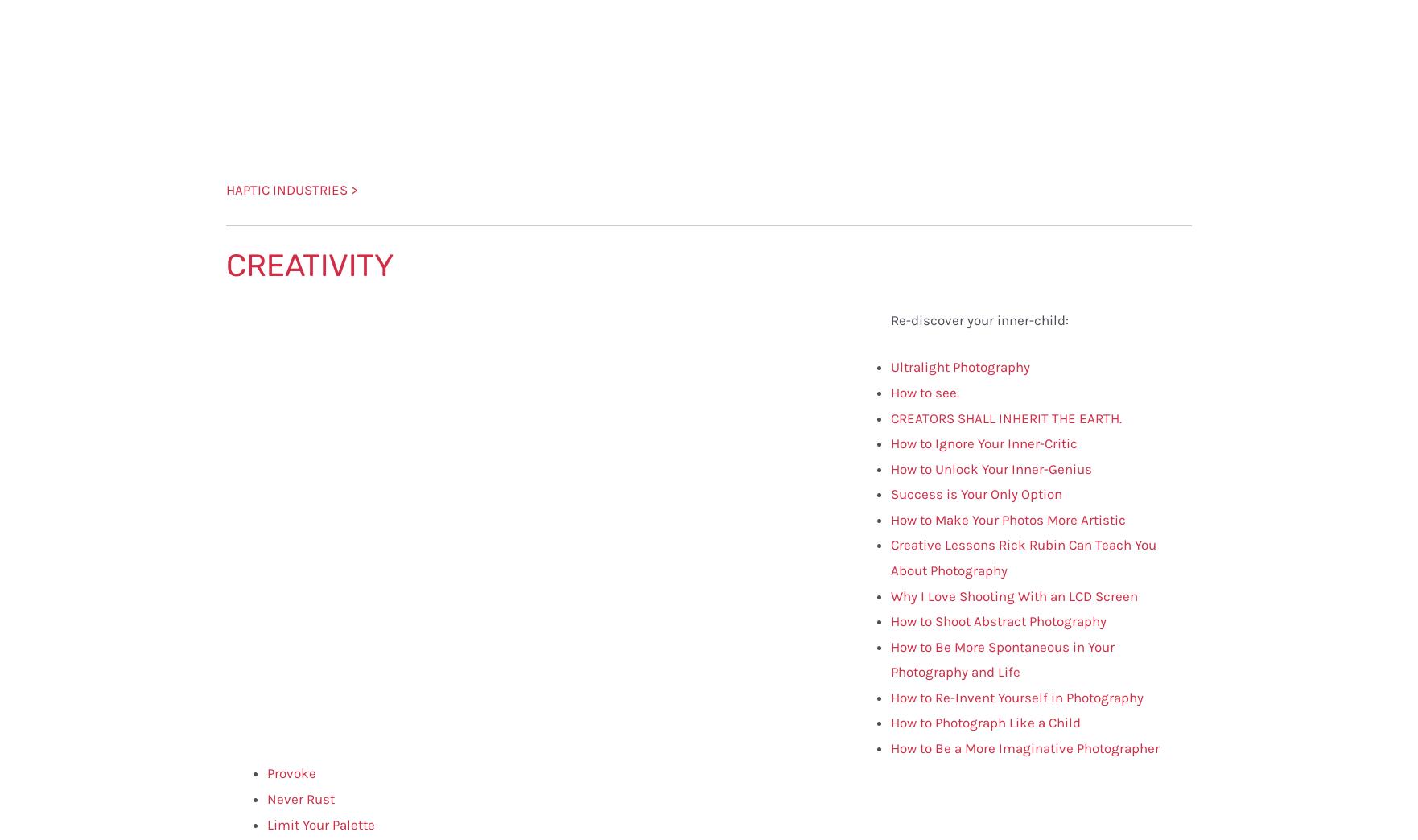  I want to click on 'How to Unlock Your Inner-Genius', so click(990, 467).